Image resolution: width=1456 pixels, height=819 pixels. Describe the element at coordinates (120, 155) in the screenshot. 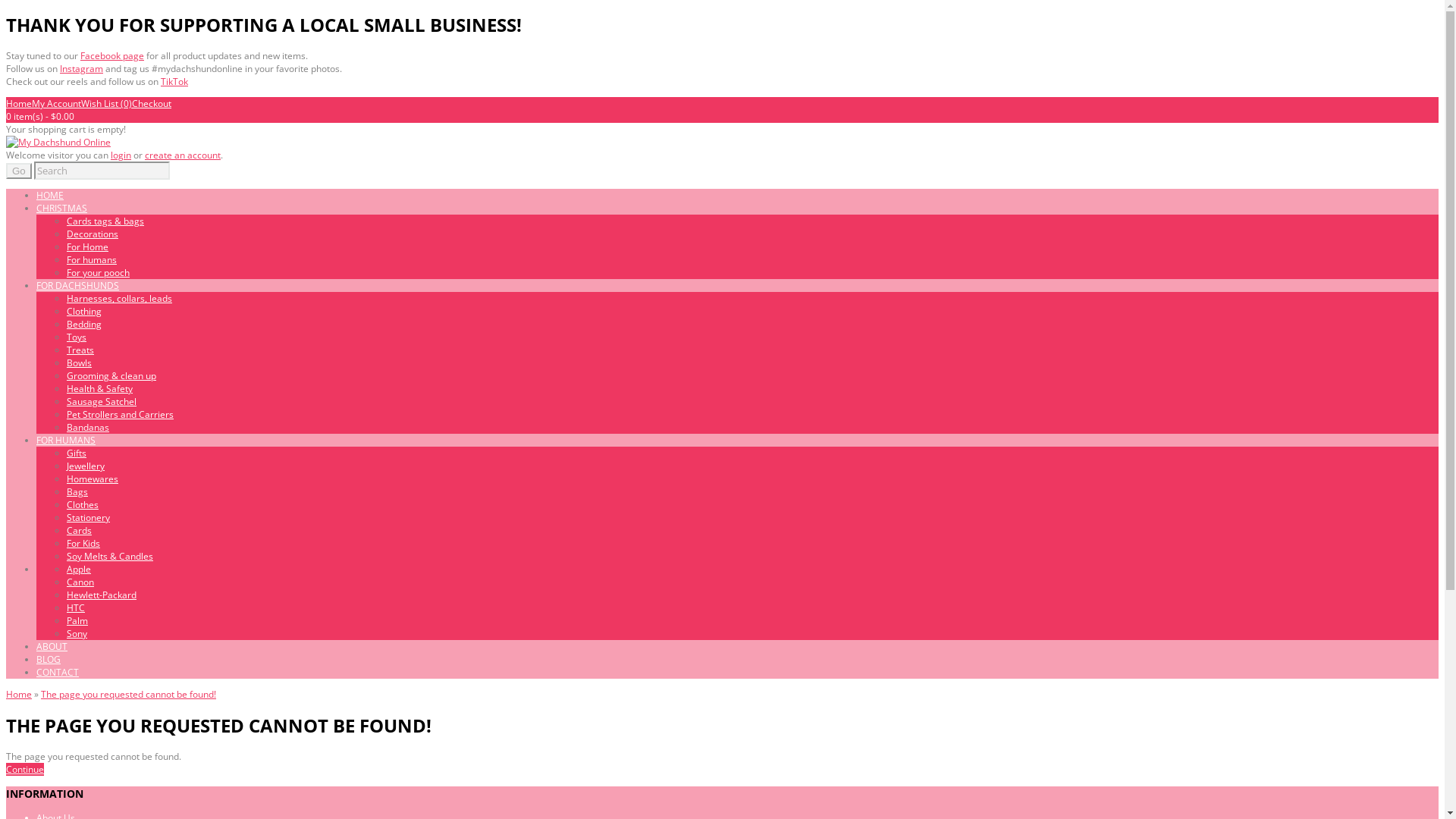

I see `'login'` at that location.